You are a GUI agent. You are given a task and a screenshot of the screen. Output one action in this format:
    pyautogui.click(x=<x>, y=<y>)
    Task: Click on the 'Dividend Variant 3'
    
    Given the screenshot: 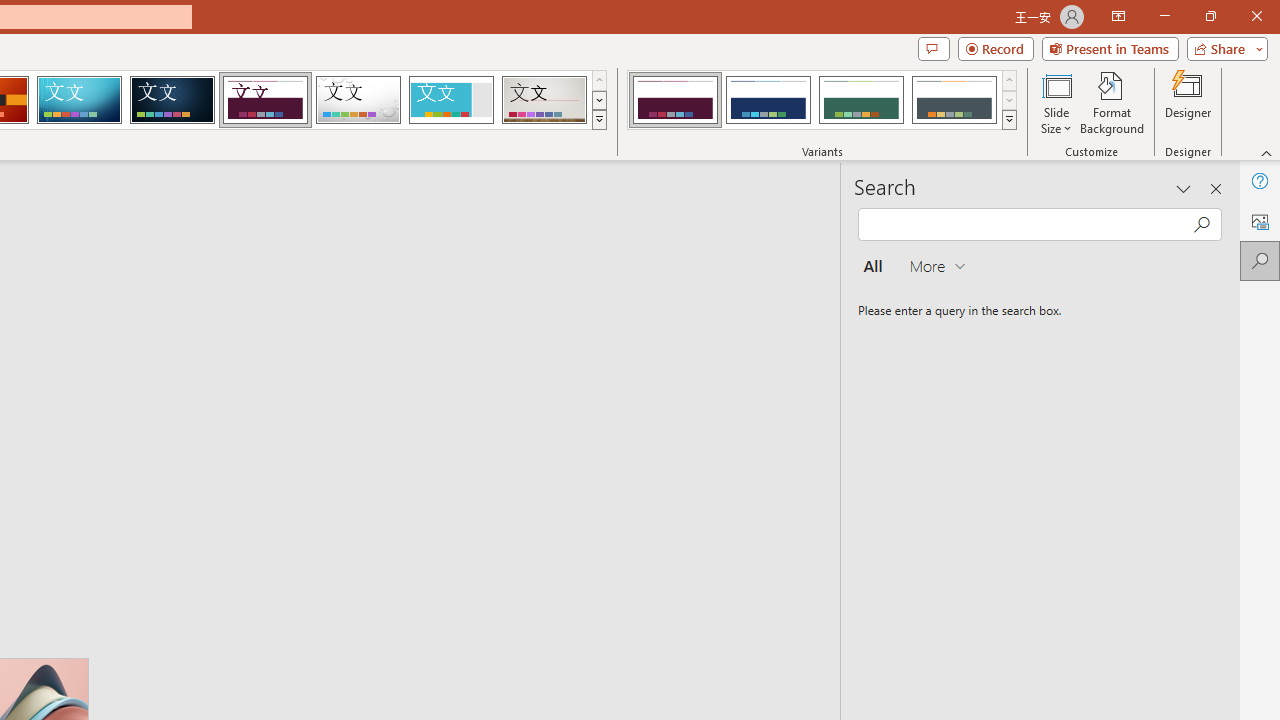 What is the action you would take?
    pyautogui.click(x=861, y=100)
    